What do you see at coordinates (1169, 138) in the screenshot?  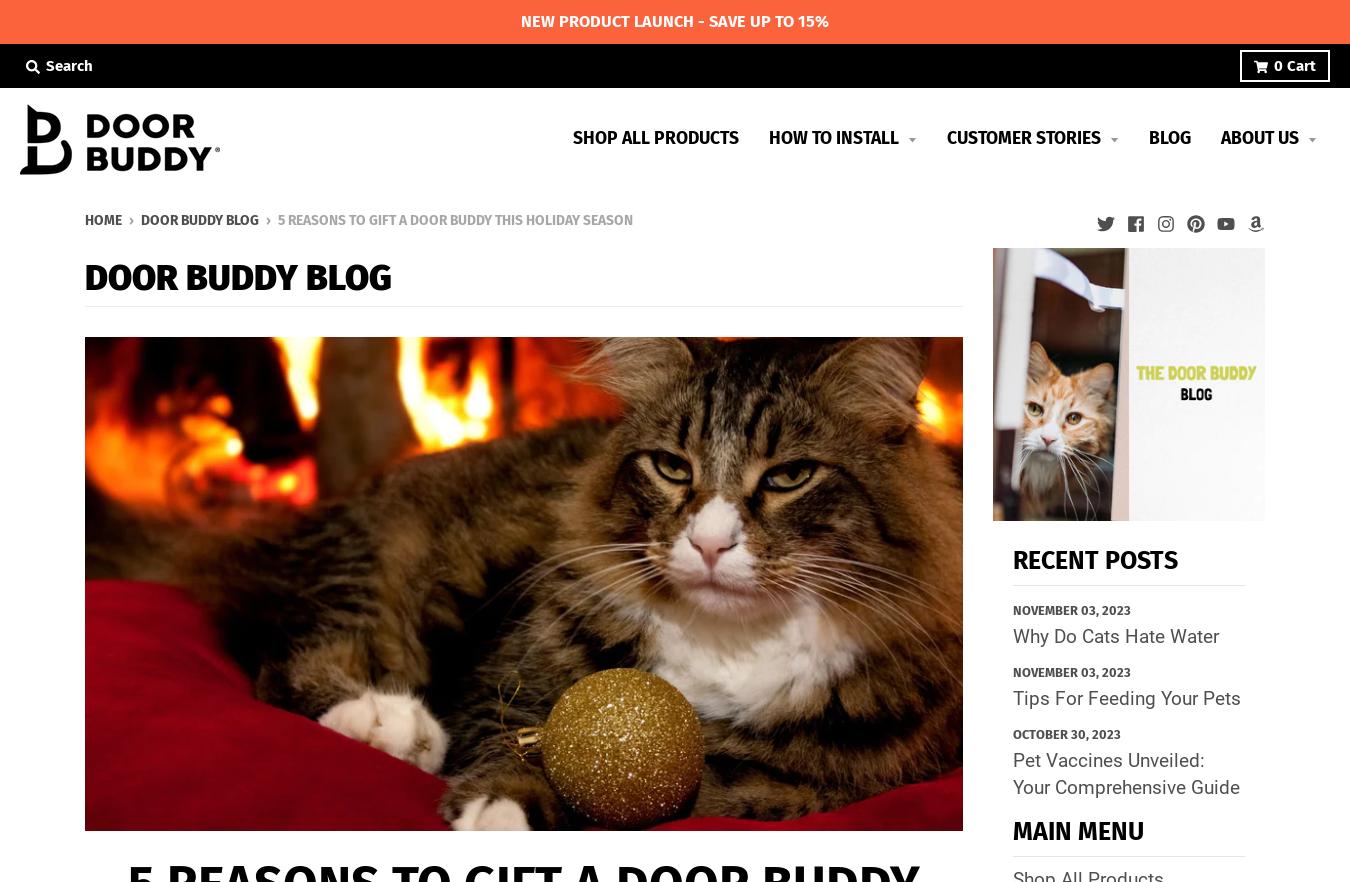 I see `'Blog'` at bounding box center [1169, 138].